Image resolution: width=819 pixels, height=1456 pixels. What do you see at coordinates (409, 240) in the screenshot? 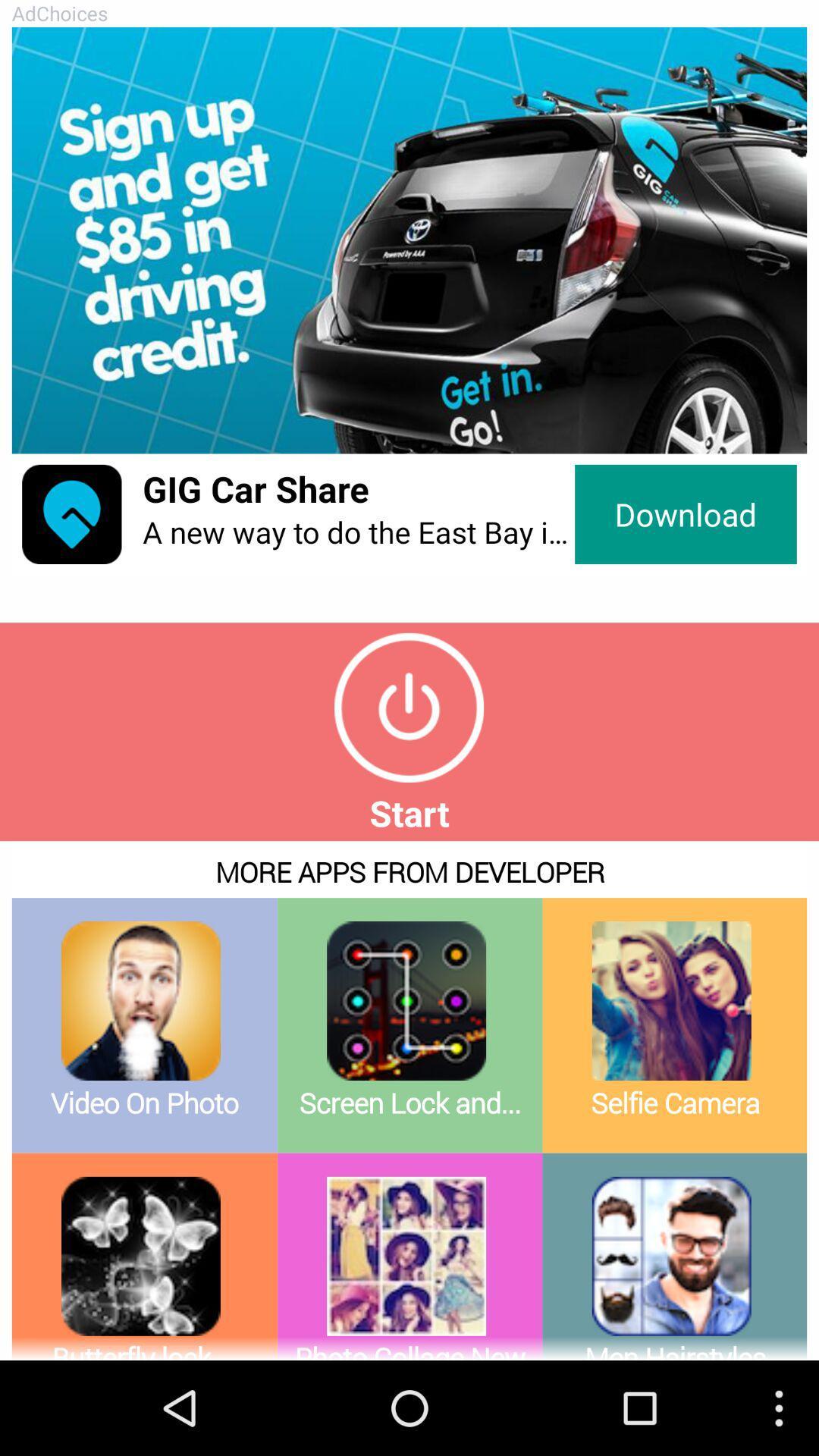
I see `advertising` at bounding box center [409, 240].